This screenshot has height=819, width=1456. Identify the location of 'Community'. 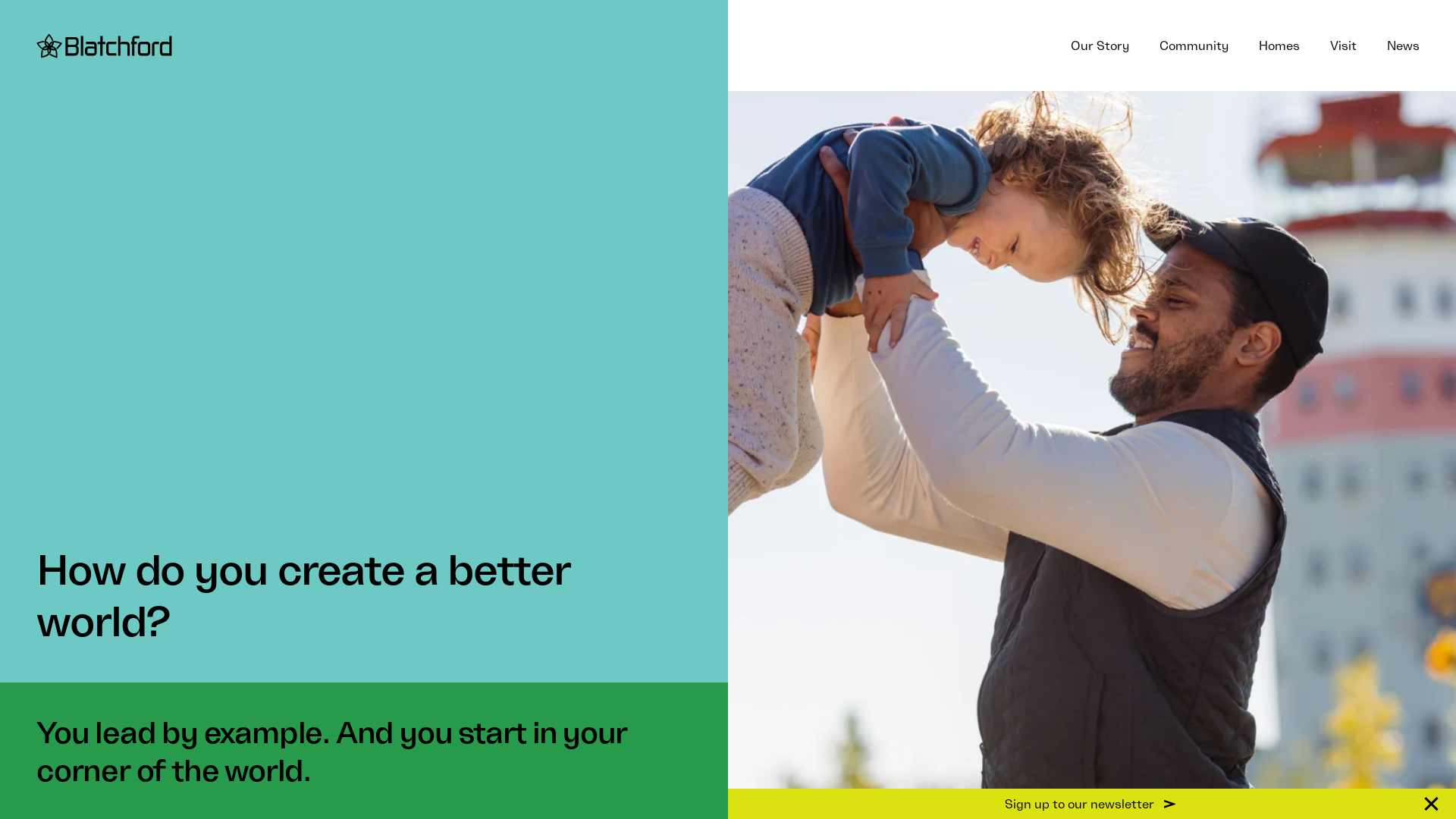
(1193, 45).